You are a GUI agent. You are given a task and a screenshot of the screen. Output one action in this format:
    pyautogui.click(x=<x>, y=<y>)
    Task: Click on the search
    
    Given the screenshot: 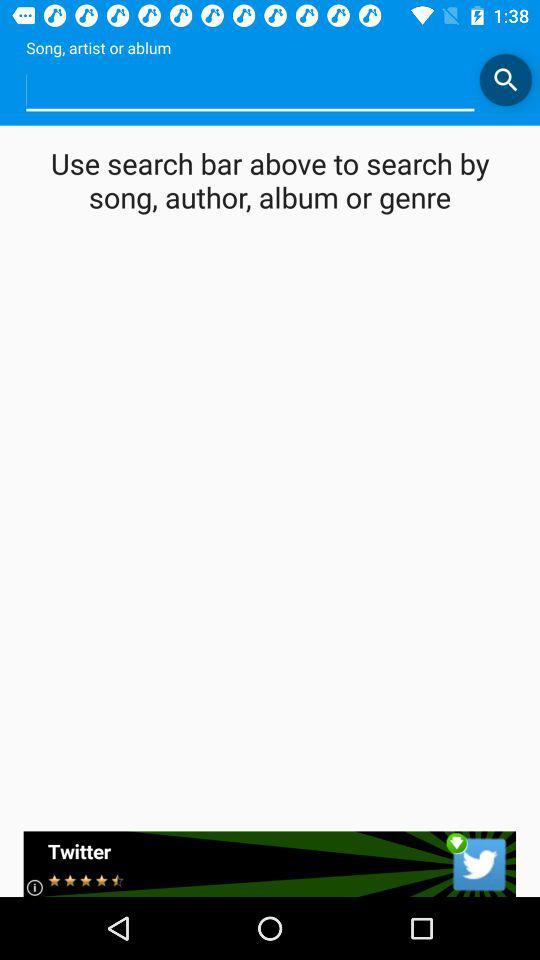 What is the action you would take?
    pyautogui.click(x=504, y=79)
    